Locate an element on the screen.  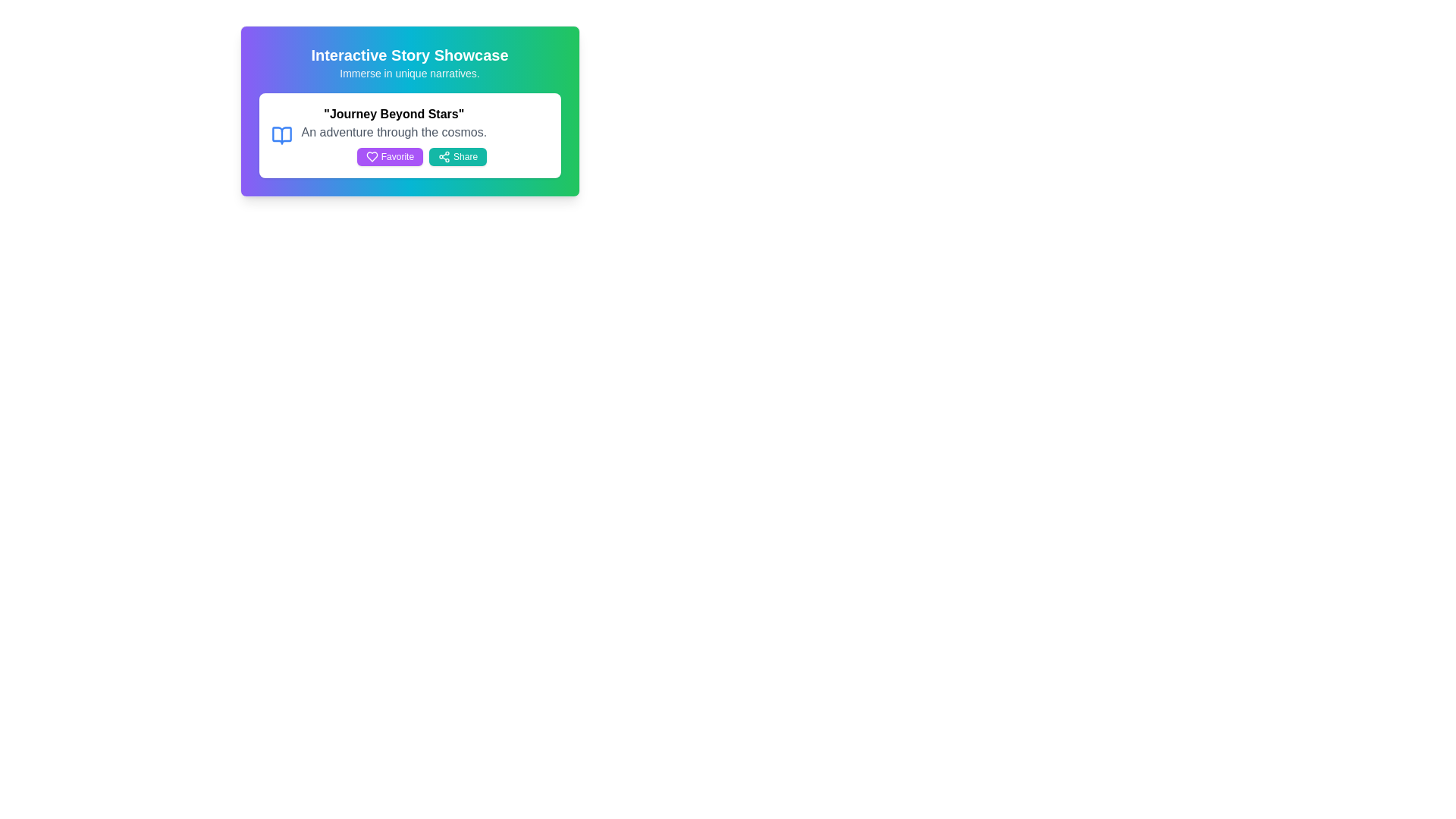
the bolded text displaying the title 'Journey Beyond Stars', which is located at the top of a content card with a gradient green and purple background is located at coordinates (394, 113).